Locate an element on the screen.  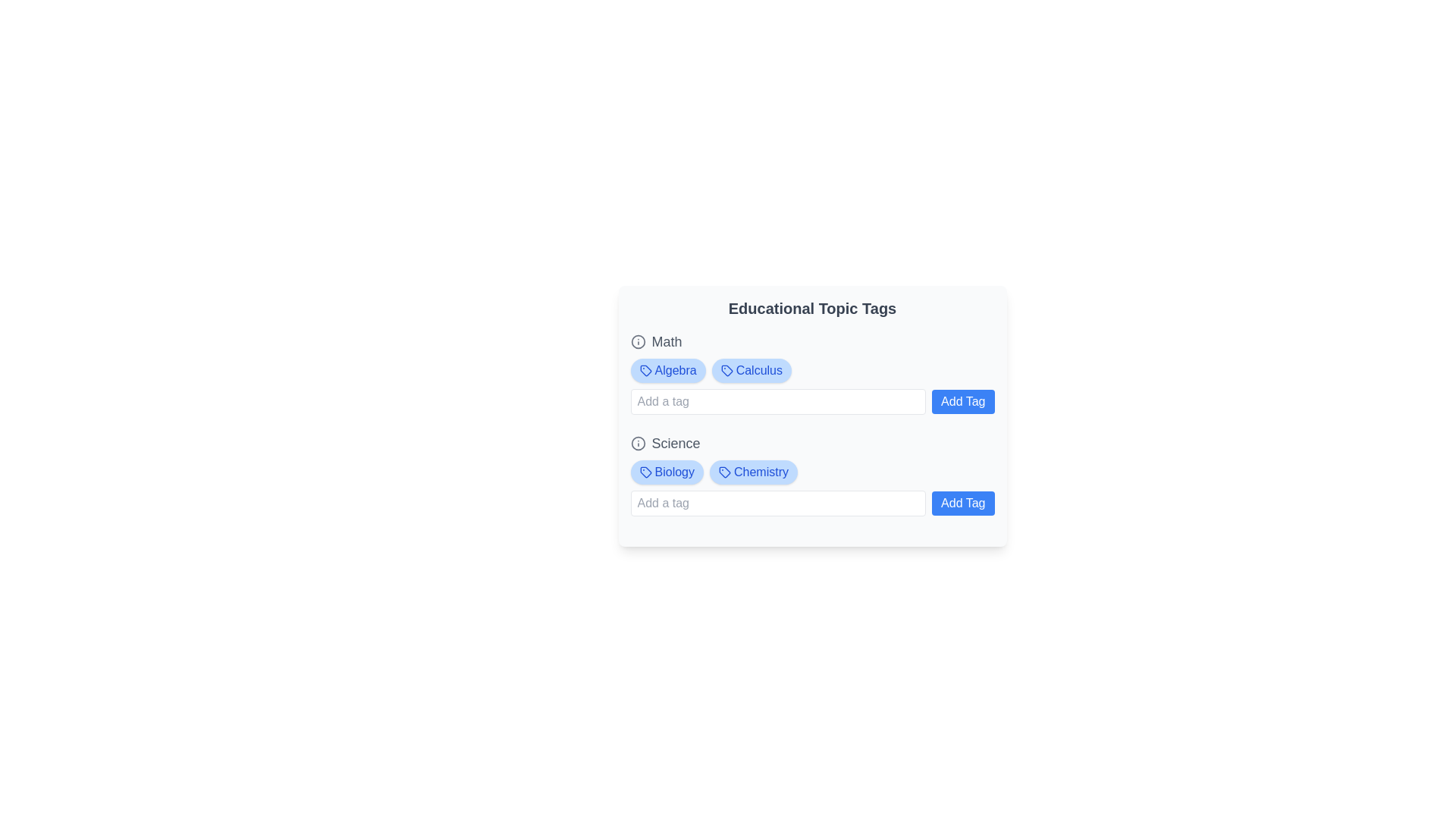
the first tag icon in the 'Science' category that visually represents 'Biology' is located at coordinates (645, 472).